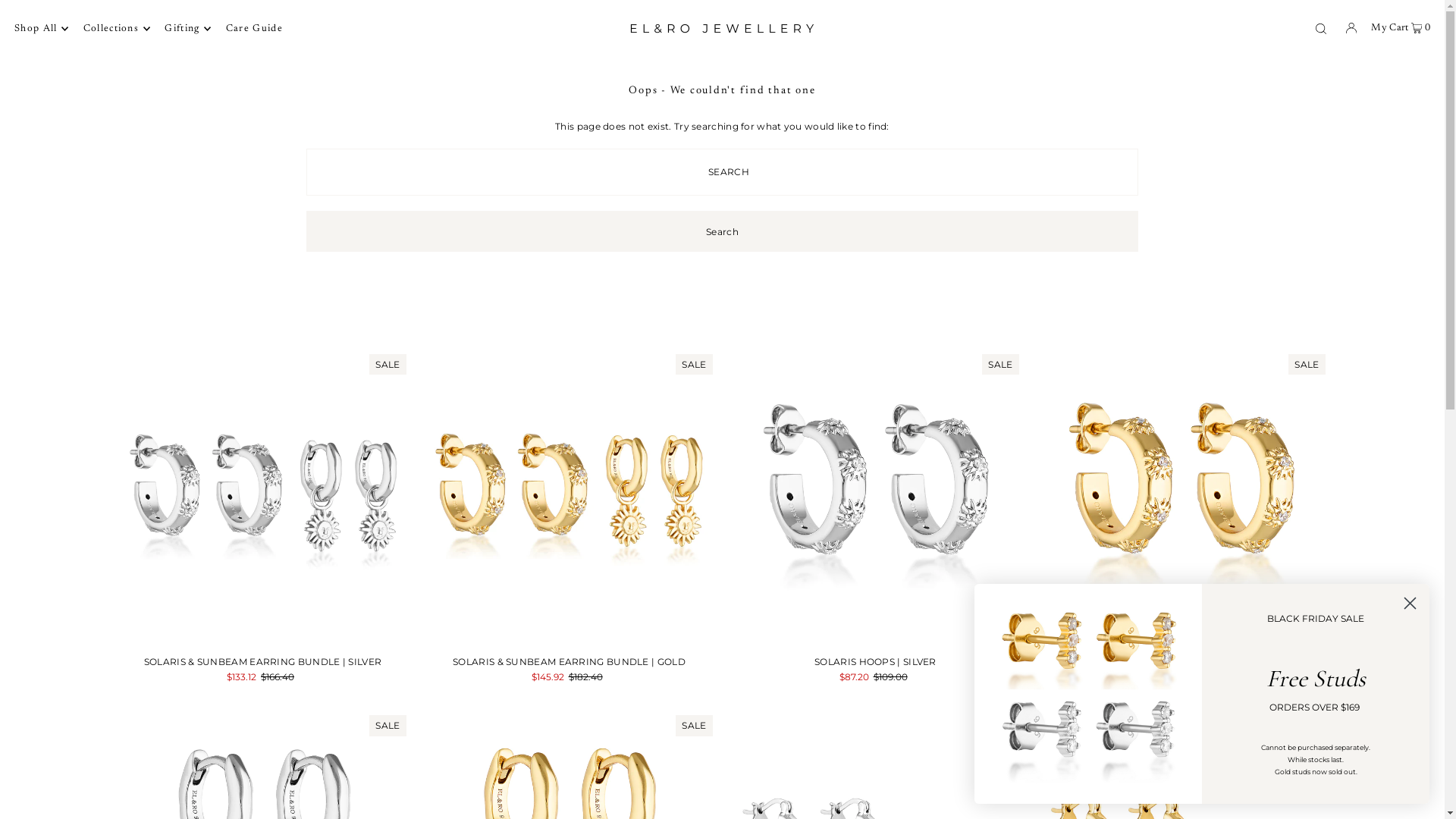  Describe the element at coordinates (187, 28) in the screenshot. I see `'Gifting'` at that location.